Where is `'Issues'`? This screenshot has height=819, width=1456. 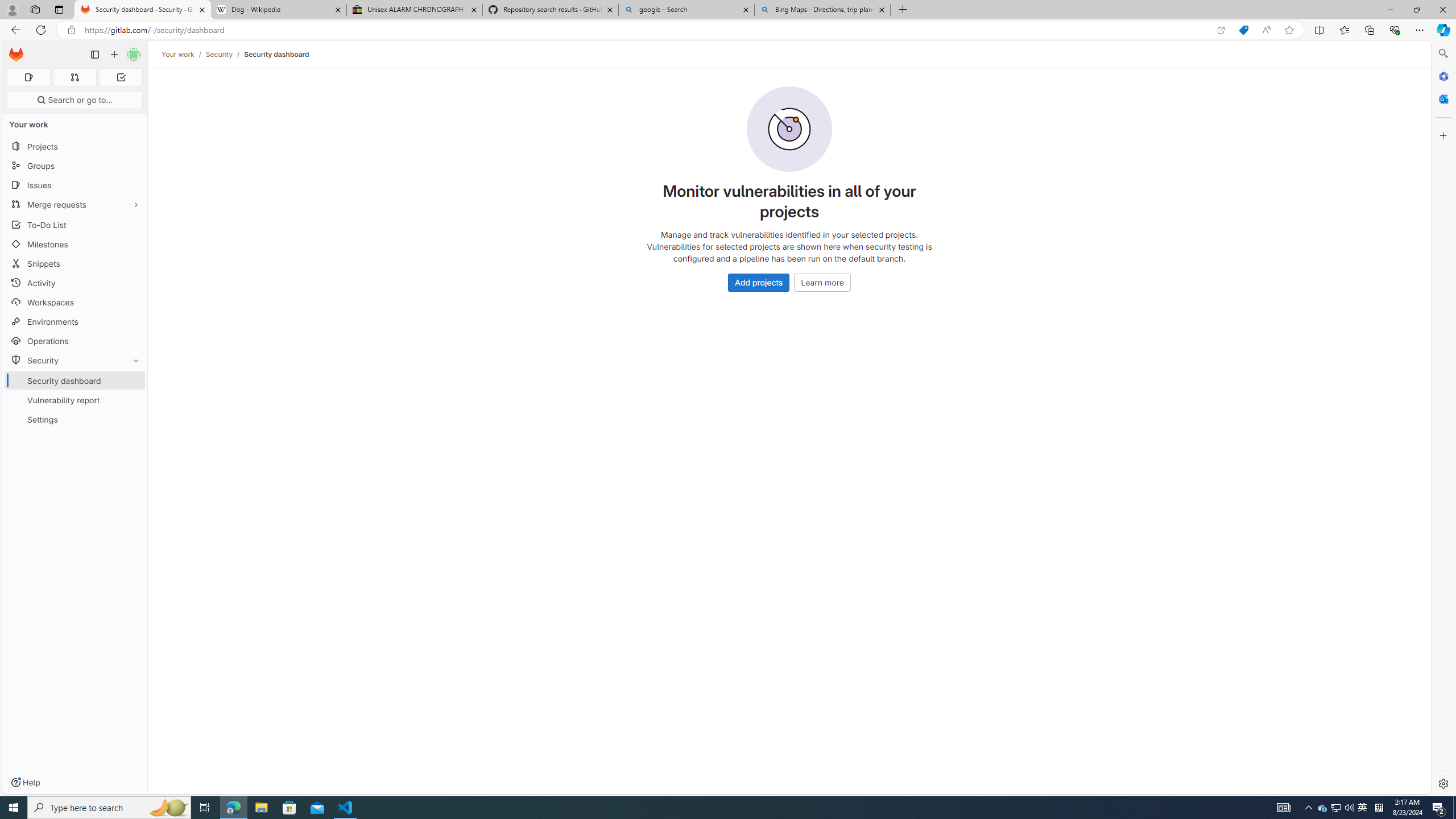 'Issues' is located at coordinates (74, 185).